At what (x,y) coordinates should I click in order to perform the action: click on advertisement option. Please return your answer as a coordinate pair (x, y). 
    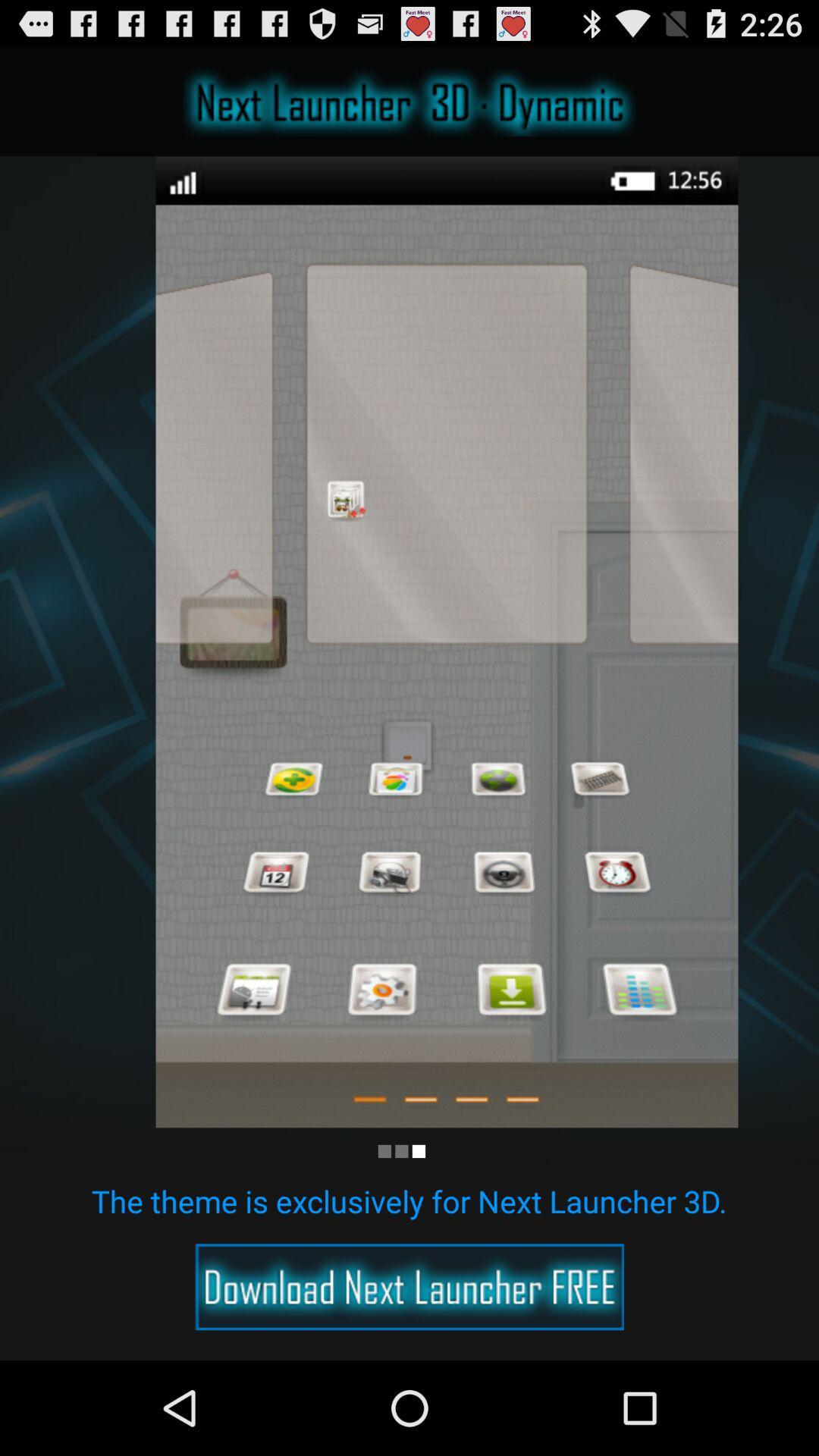
    Looking at the image, I should click on (409, 1286).